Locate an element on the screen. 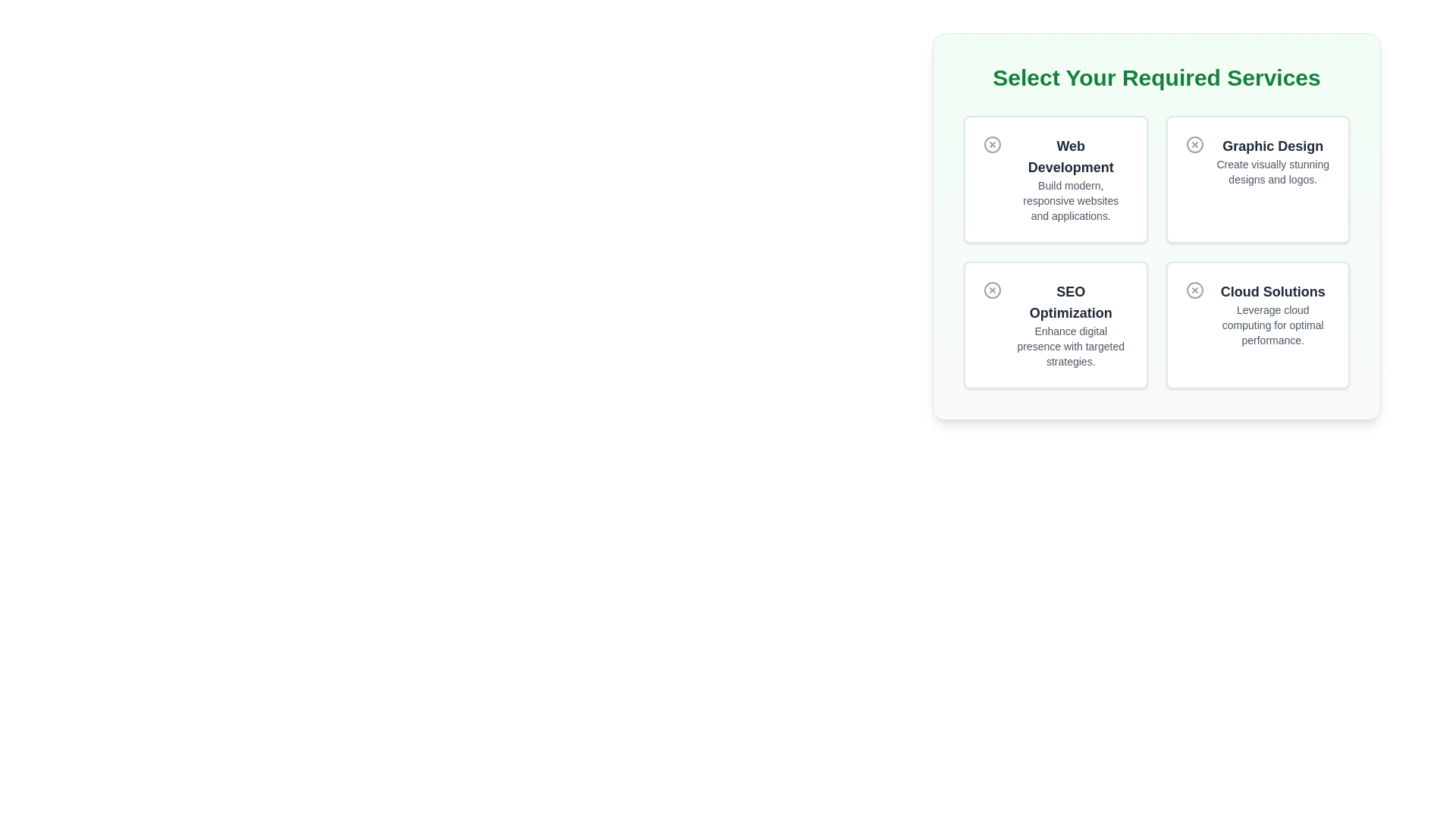 The height and width of the screenshot is (819, 1456). the button with an 'X' icon located in the upper-left corner of the 'SEO Optimization' card in the 'Select Your Required Services' section is located at coordinates (993, 290).